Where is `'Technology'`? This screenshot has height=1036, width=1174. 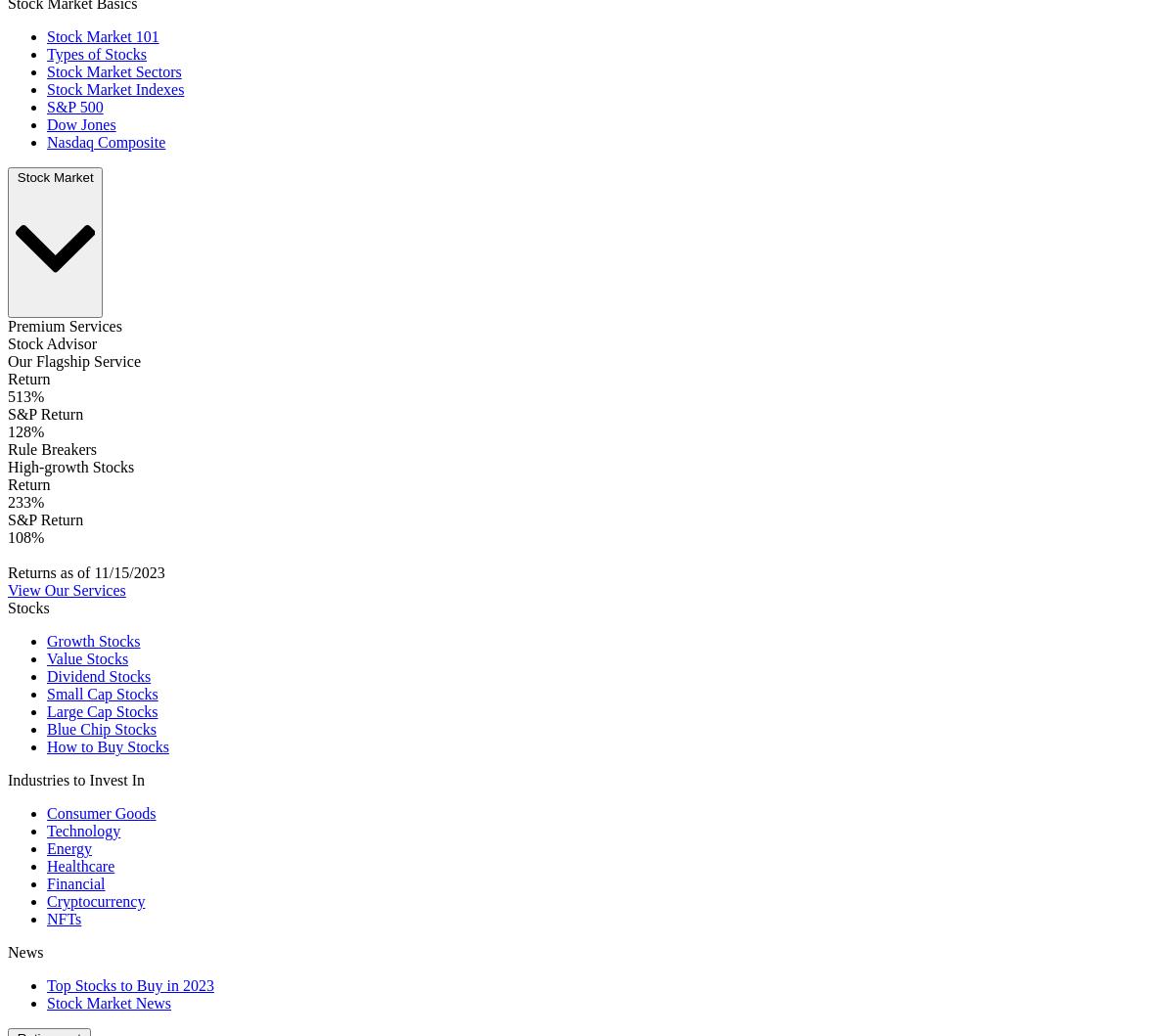 'Technology' is located at coordinates (83, 831).